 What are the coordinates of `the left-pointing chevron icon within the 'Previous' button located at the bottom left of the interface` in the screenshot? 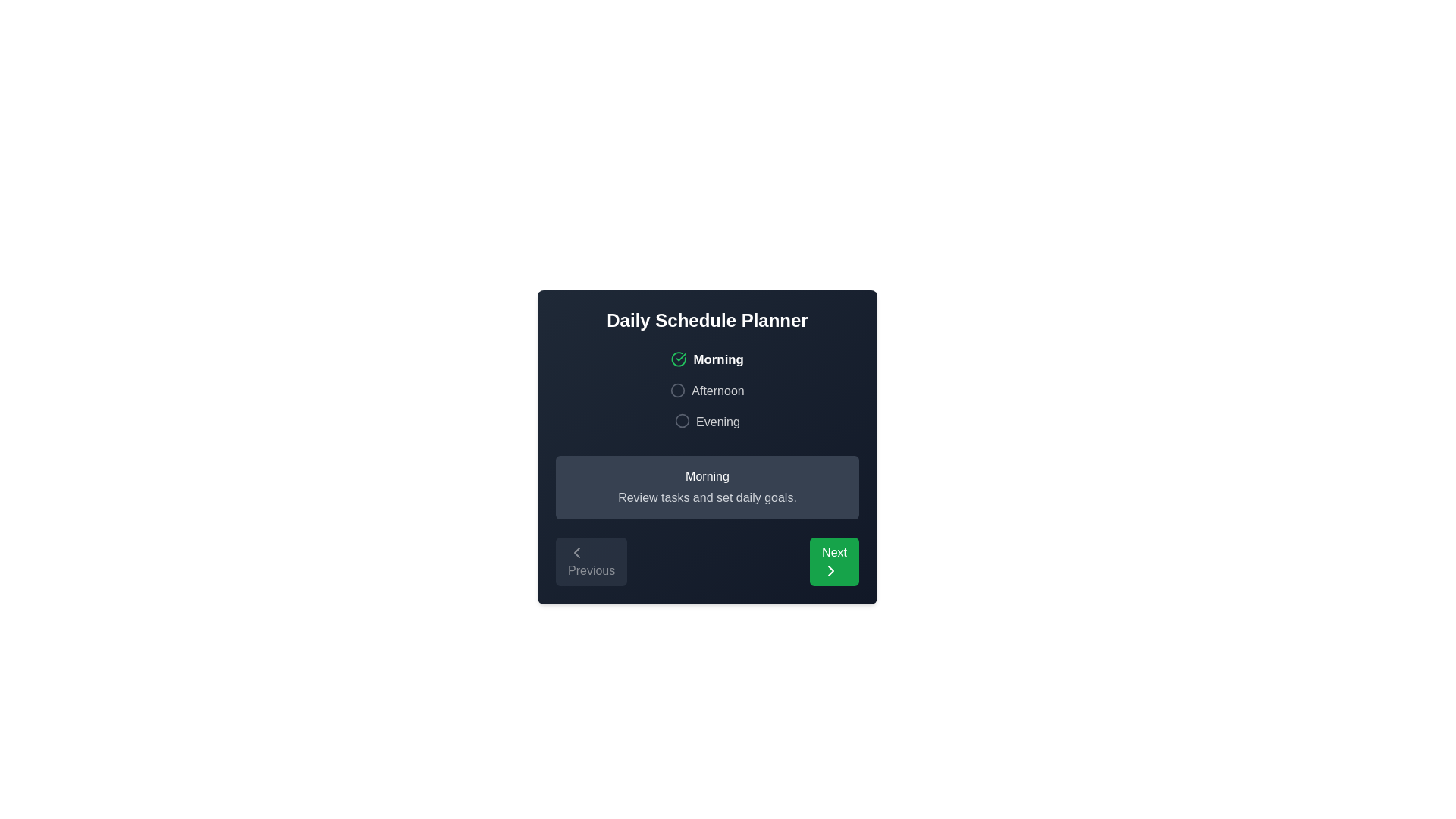 It's located at (576, 553).